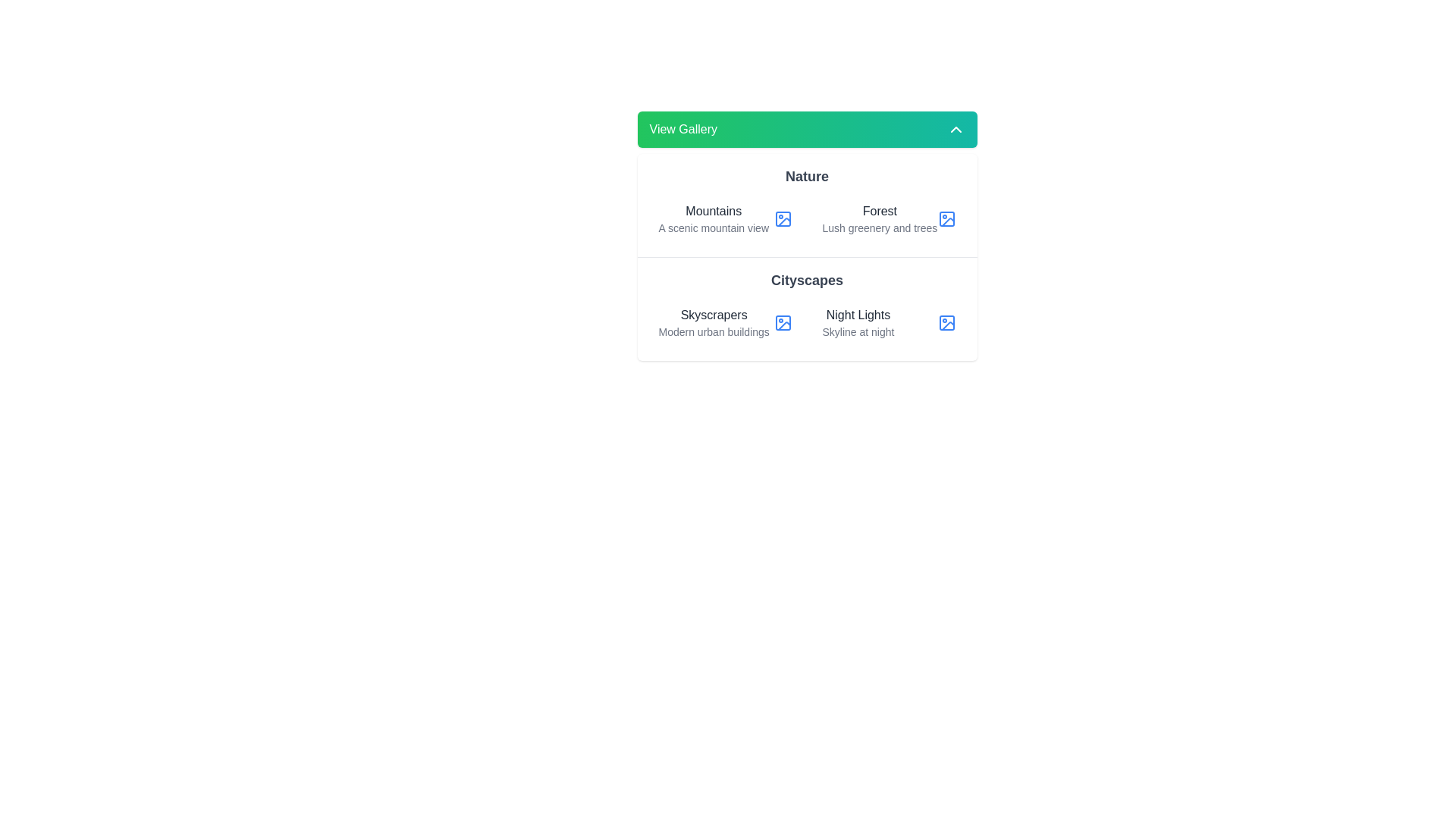 Image resolution: width=1456 pixels, height=819 pixels. What do you see at coordinates (889, 322) in the screenshot?
I see `the 'Night Lights' list item containing the title 'Night Lights' in bold and the subtitle 'Skyline at night'` at bounding box center [889, 322].